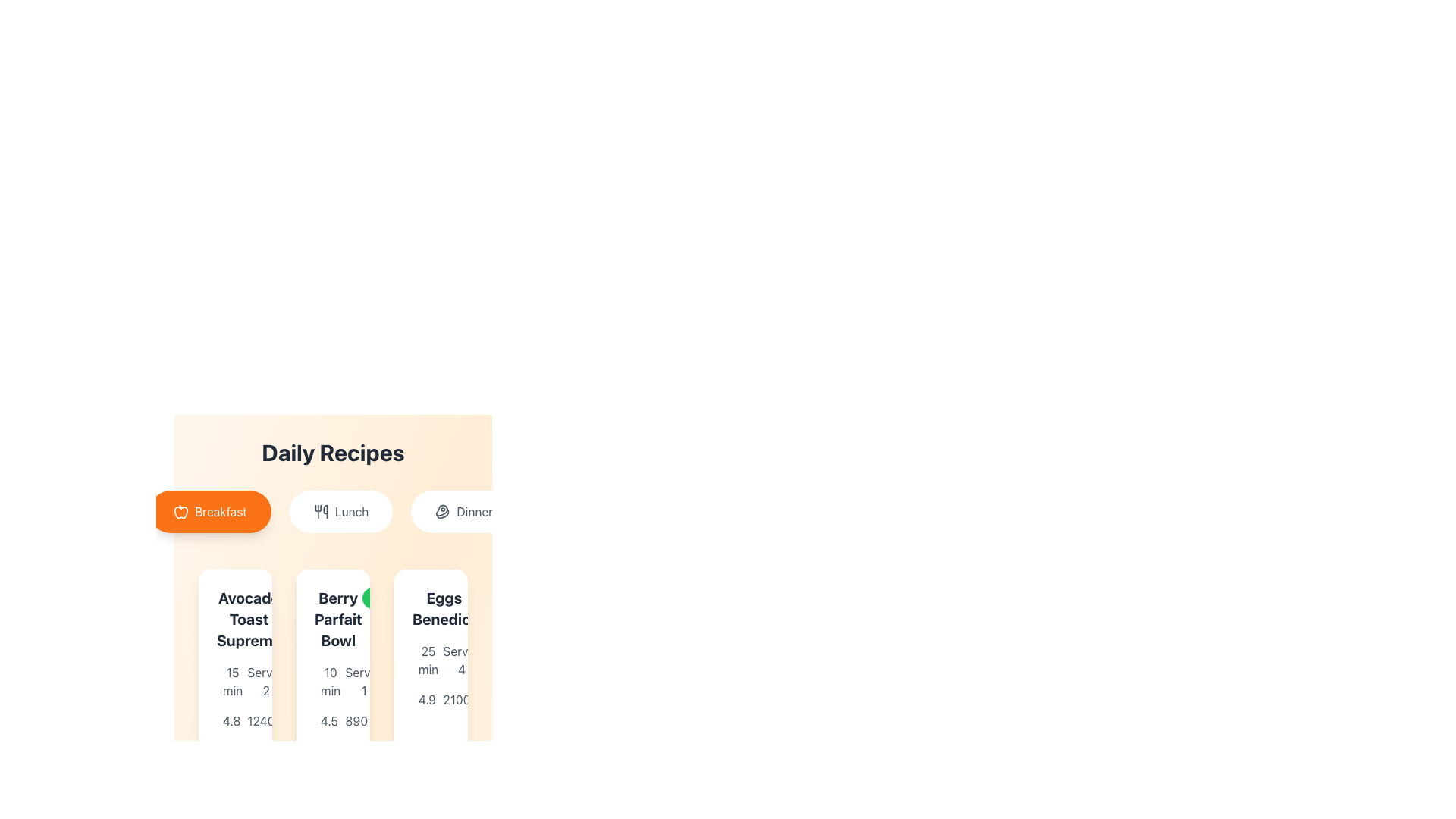  I want to click on the informational text label indicating the preparation or cooking time of 25 minutes for the 'Eggs Benedict' recipe, located in the top-left corner of the recipe card, so click(419, 660).